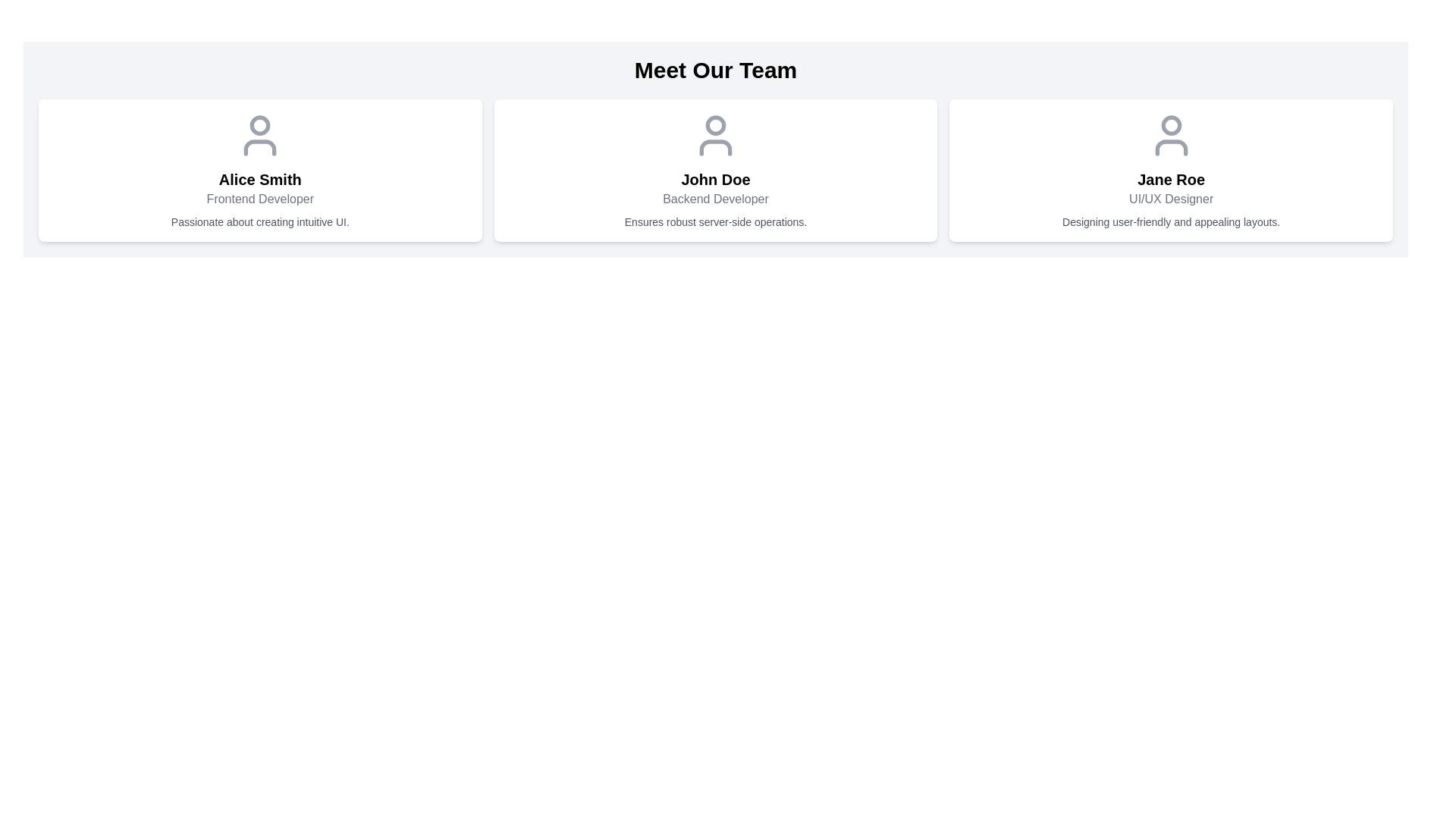 Image resolution: width=1456 pixels, height=819 pixels. Describe the element at coordinates (715, 222) in the screenshot. I see `the static text snippet reading 'Ensures robust server-side operations.' located beneath the name and role description within the profile card of 'John Doe' in the 'Meet Our Team' section` at that location.